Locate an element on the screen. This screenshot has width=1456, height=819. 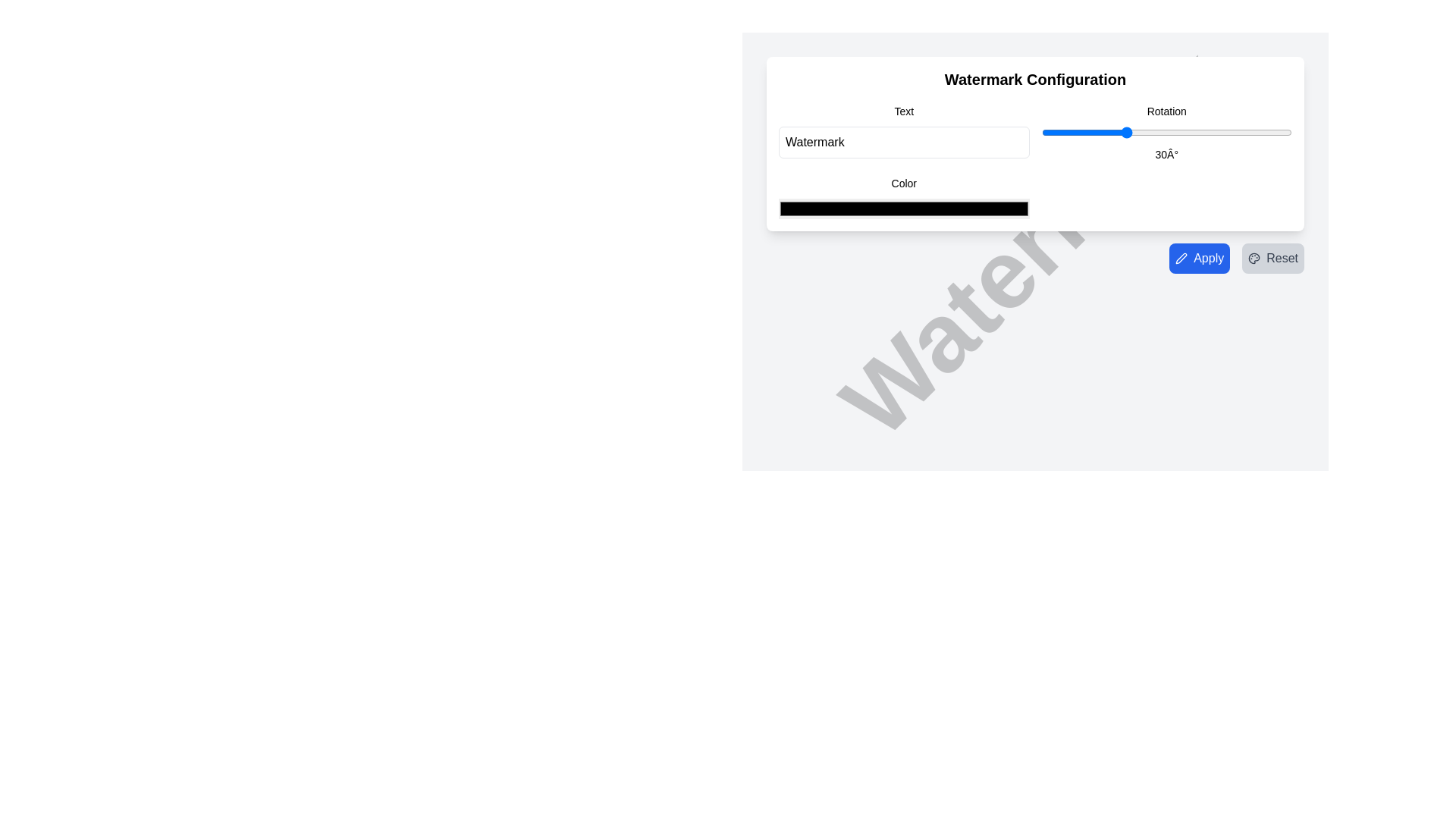
rotation is located at coordinates (1131, 131).